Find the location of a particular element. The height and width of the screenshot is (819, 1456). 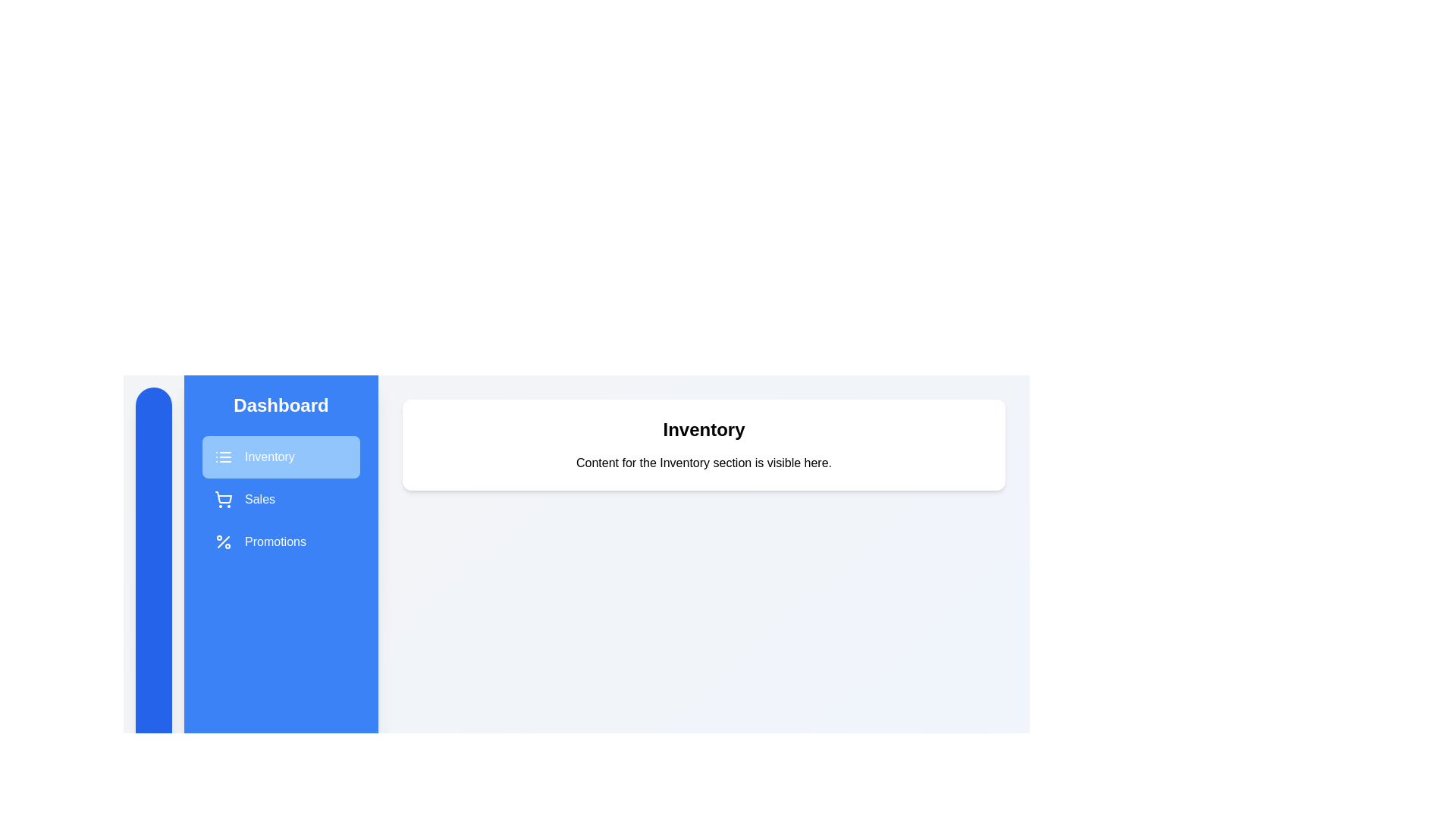

the sidebar item Promotions is located at coordinates (281, 541).